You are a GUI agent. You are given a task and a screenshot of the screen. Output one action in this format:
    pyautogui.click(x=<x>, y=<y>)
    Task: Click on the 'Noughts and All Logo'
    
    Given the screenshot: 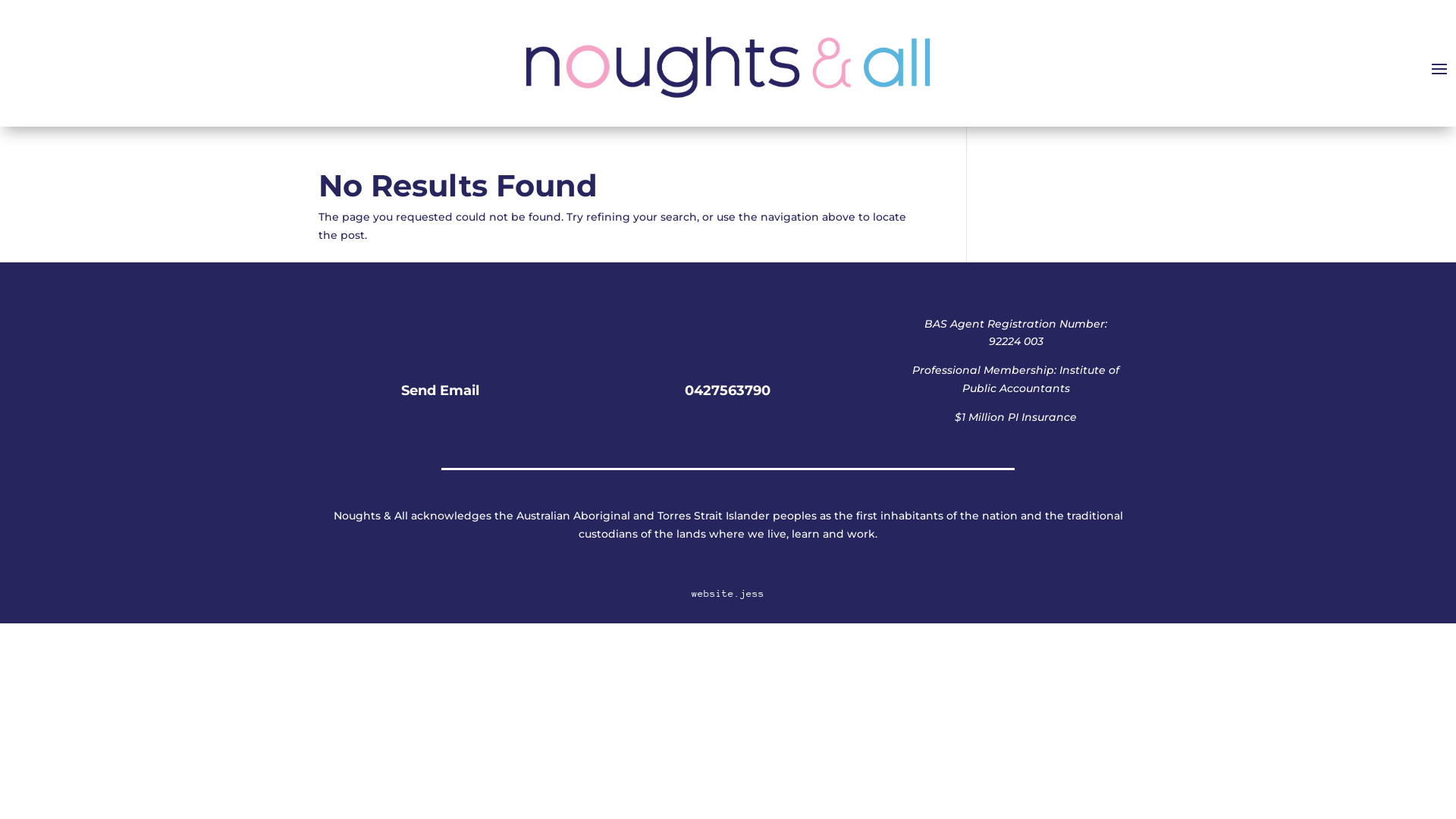 What is the action you would take?
    pyautogui.click(x=728, y=66)
    